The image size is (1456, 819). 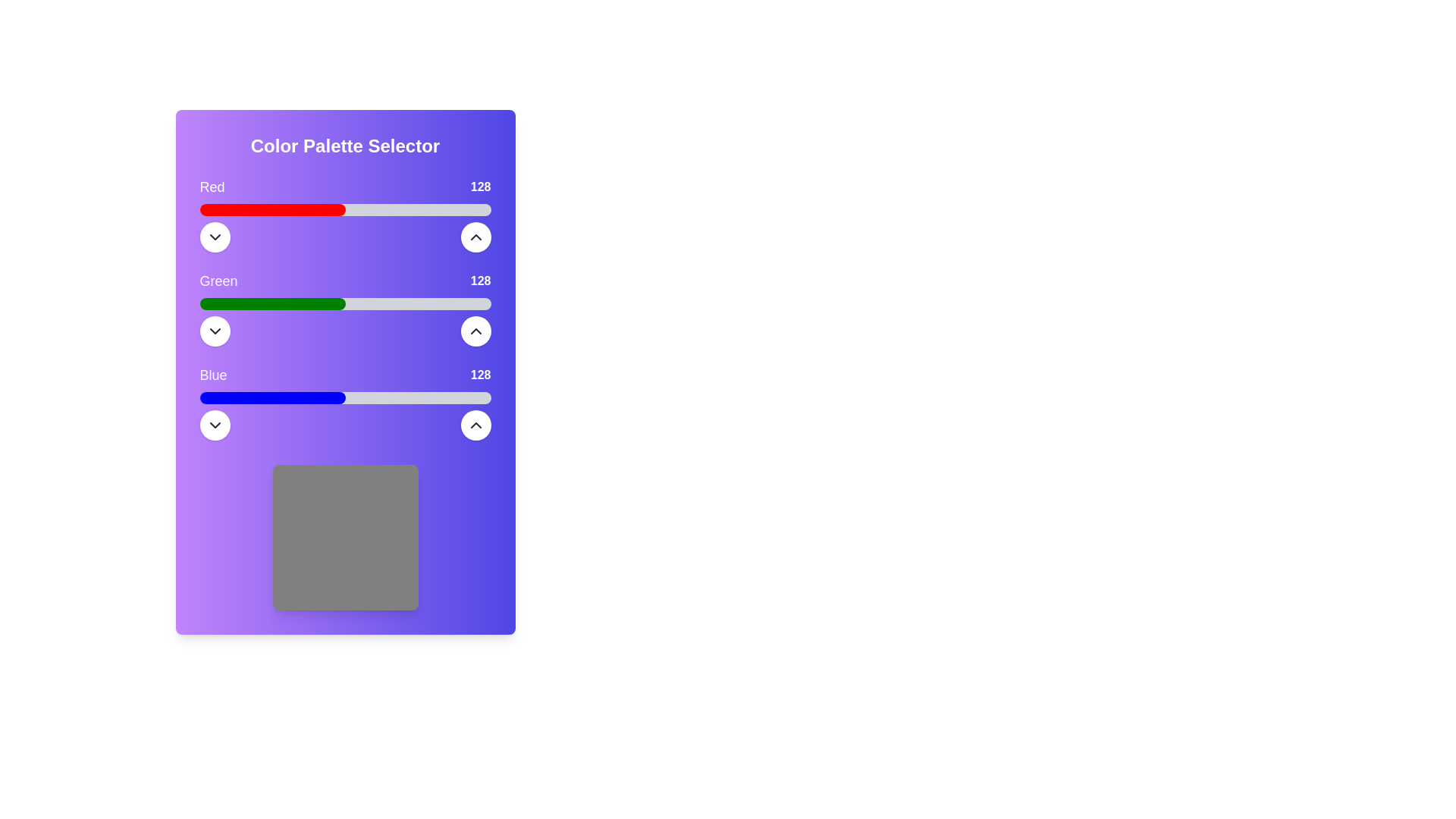 I want to click on the red intensity, so click(x=479, y=210).